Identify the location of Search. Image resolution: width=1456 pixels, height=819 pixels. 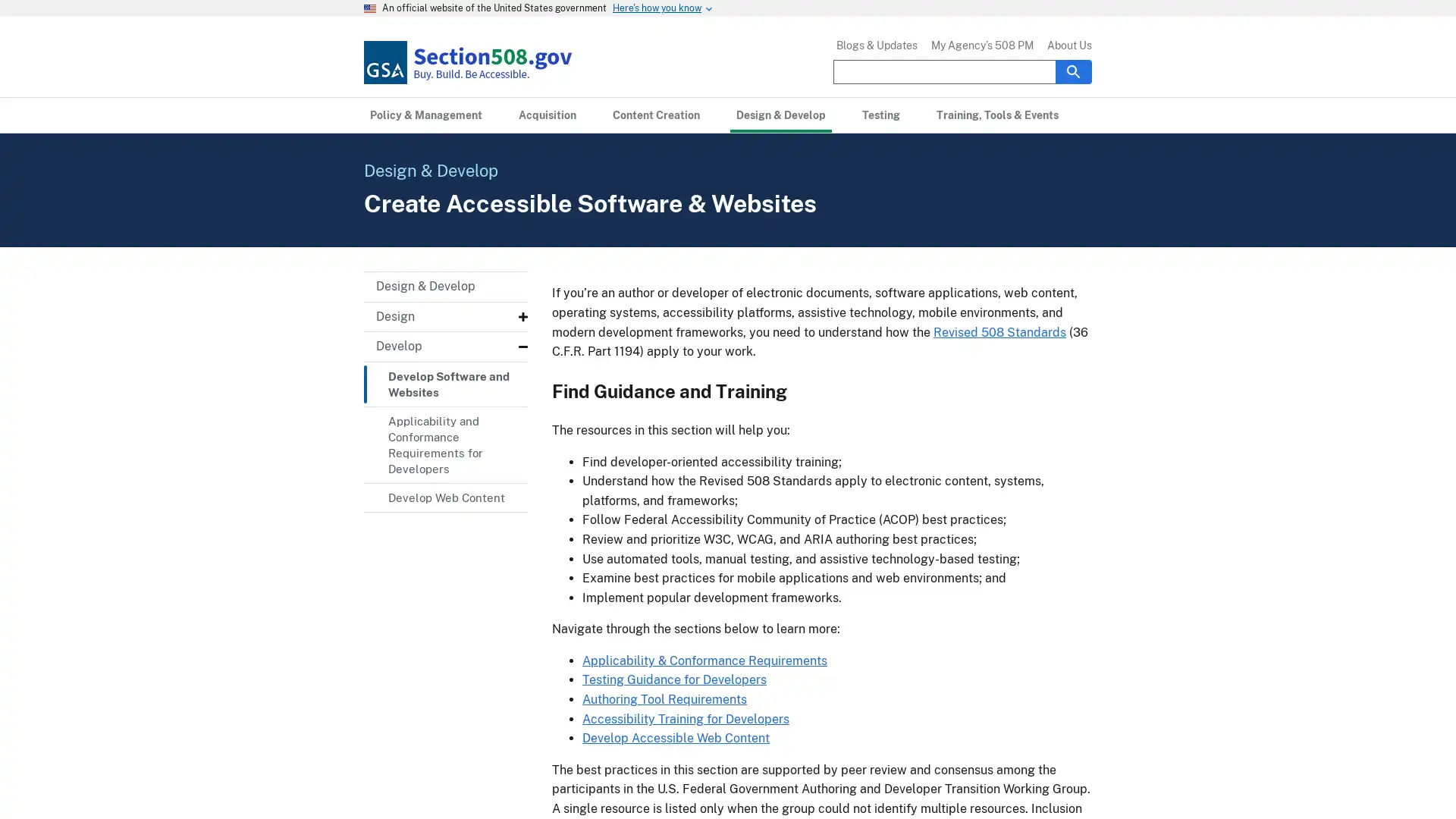
(1073, 71).